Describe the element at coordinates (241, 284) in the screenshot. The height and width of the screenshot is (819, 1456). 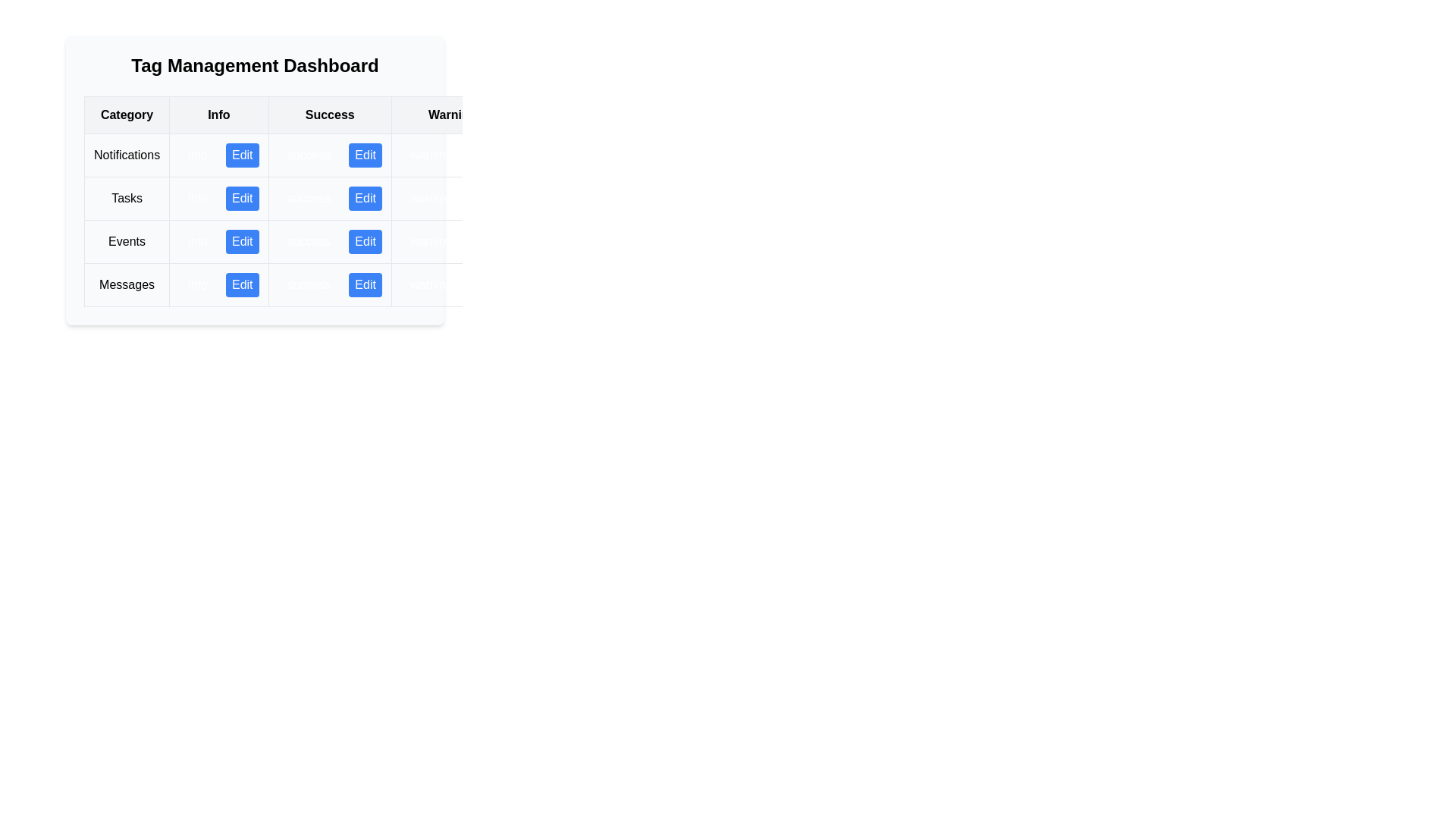
I see `the blue 'Edit' button with rounded corners located in the fourth row under the 'Info' column` at that location.